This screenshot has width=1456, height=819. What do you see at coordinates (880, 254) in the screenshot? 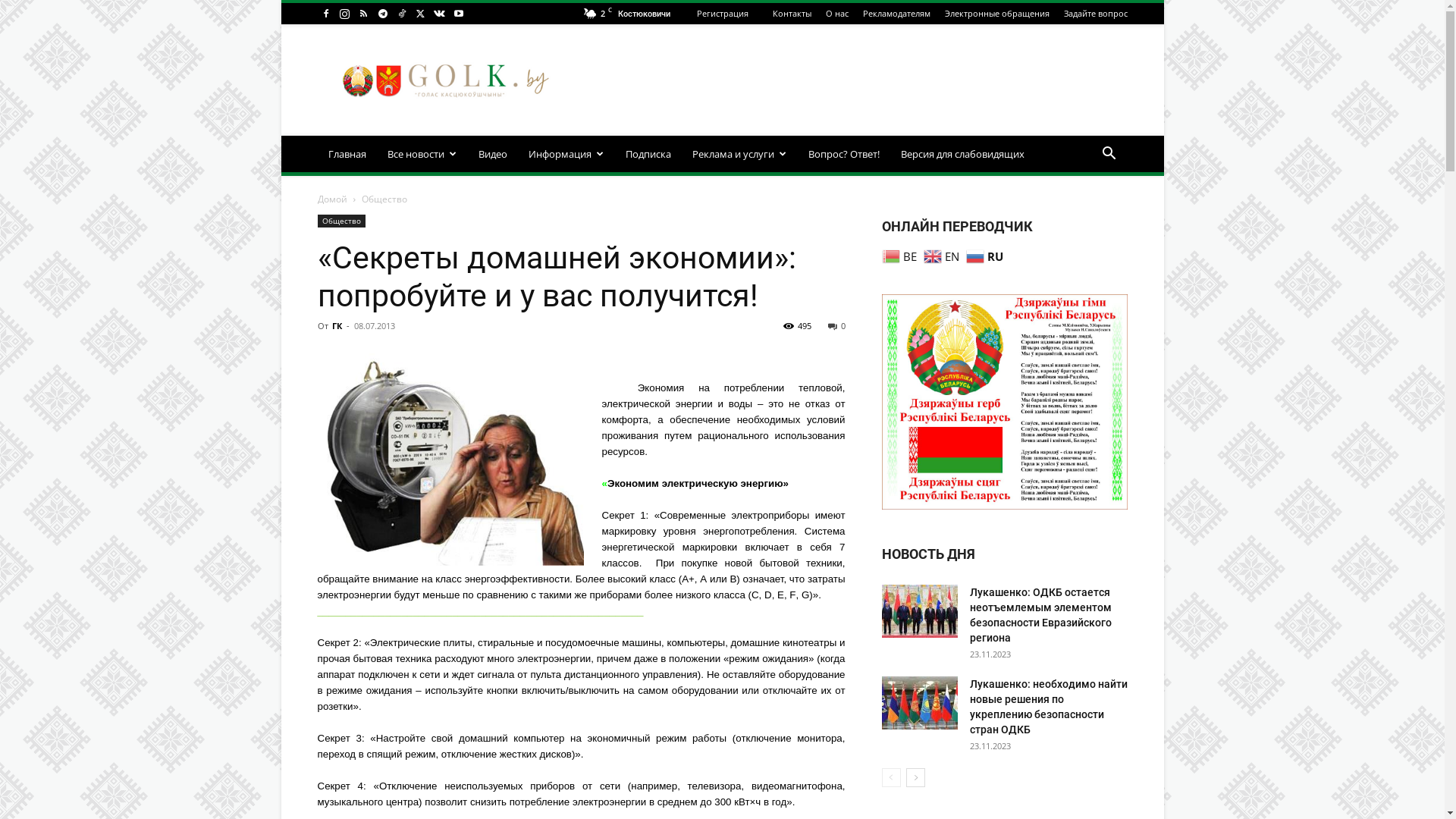
I see `'BE'` at bounding box center [880, 254].